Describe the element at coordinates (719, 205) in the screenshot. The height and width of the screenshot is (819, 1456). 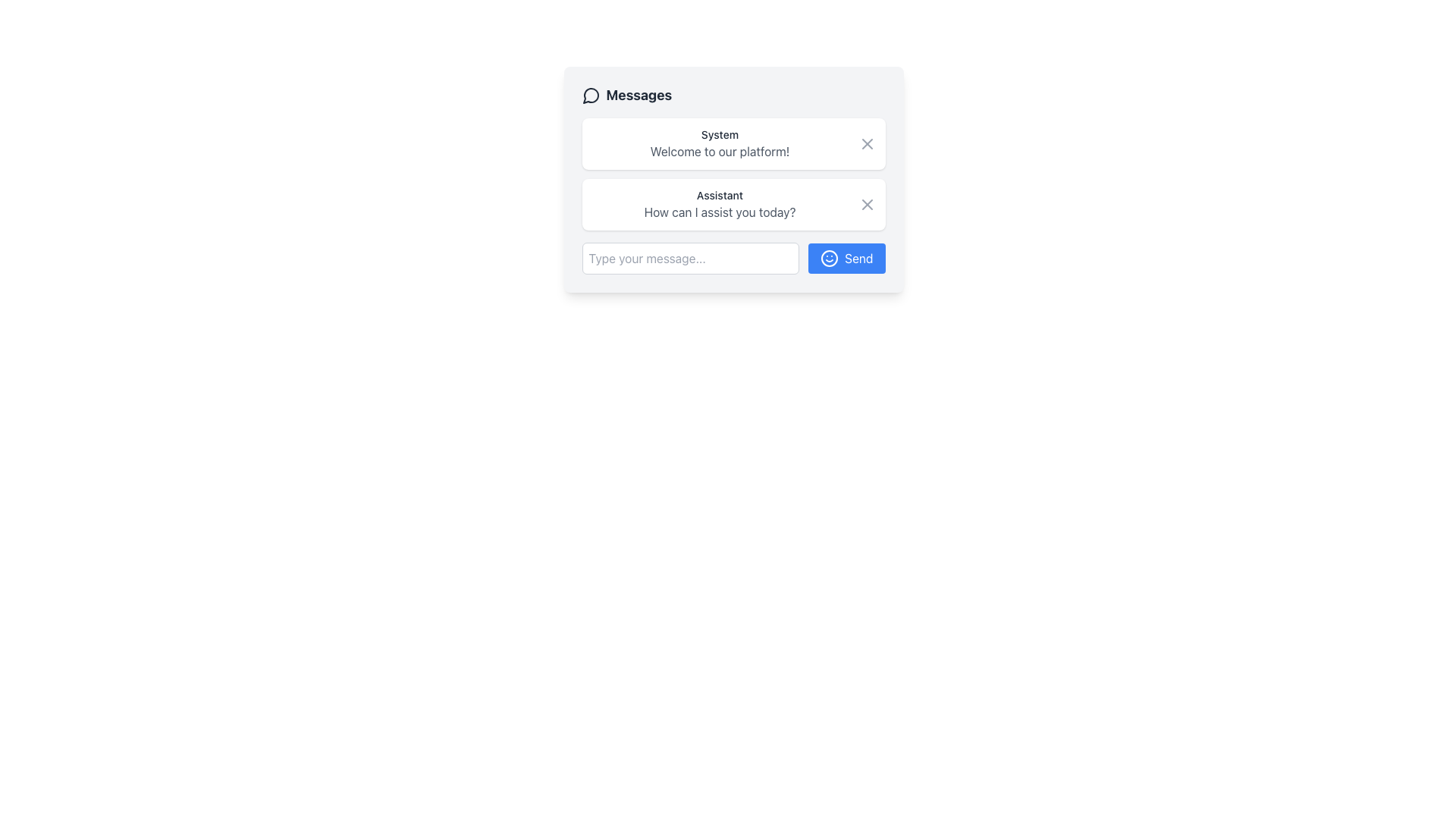
I see `on the text block featuring the heading 'Assistant' and the message 'How can I assist you today?'` at that location.